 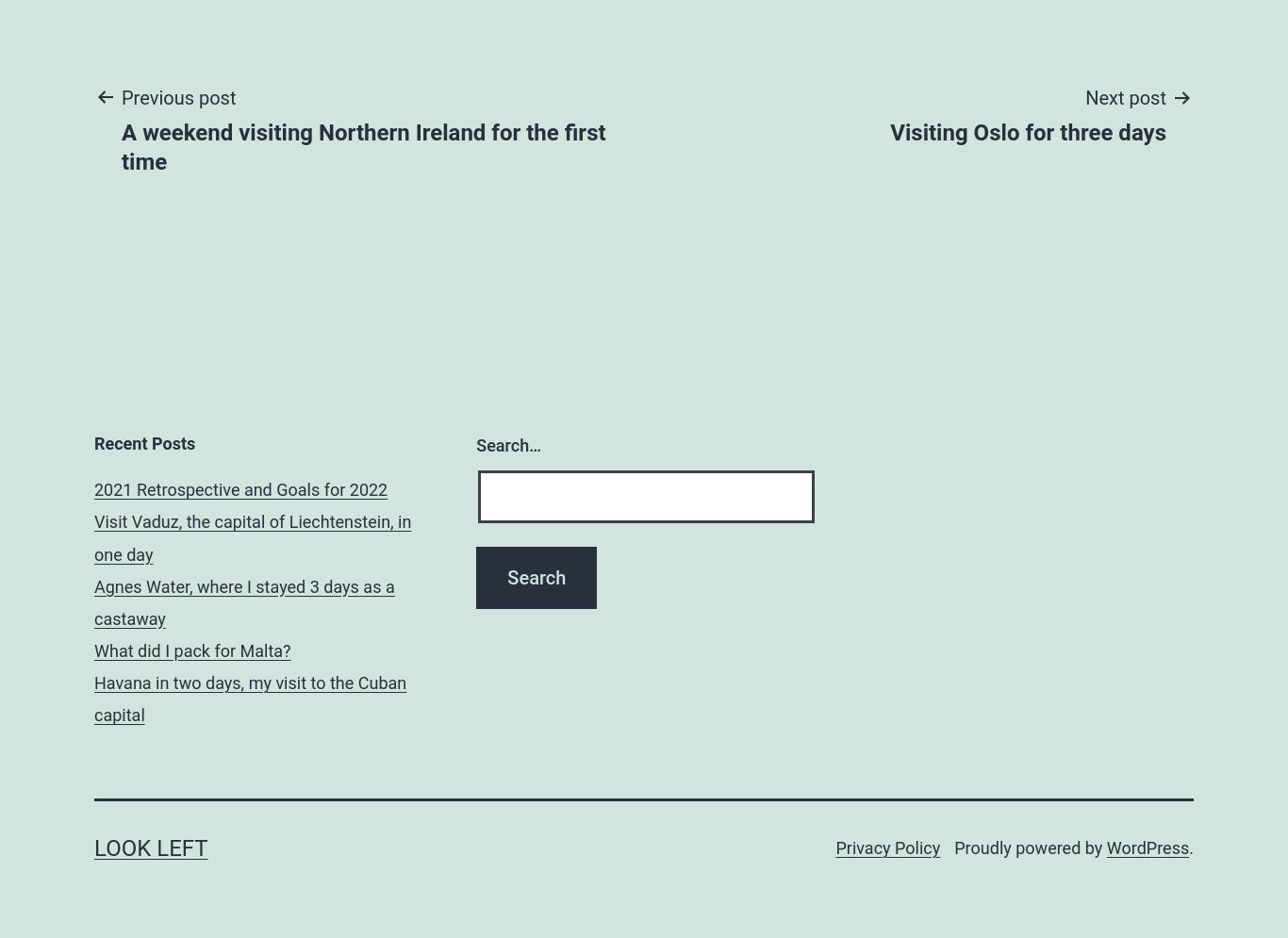 I want to click on '2021 Retrospective and Goals for 2022', so click(x=240, y=488).